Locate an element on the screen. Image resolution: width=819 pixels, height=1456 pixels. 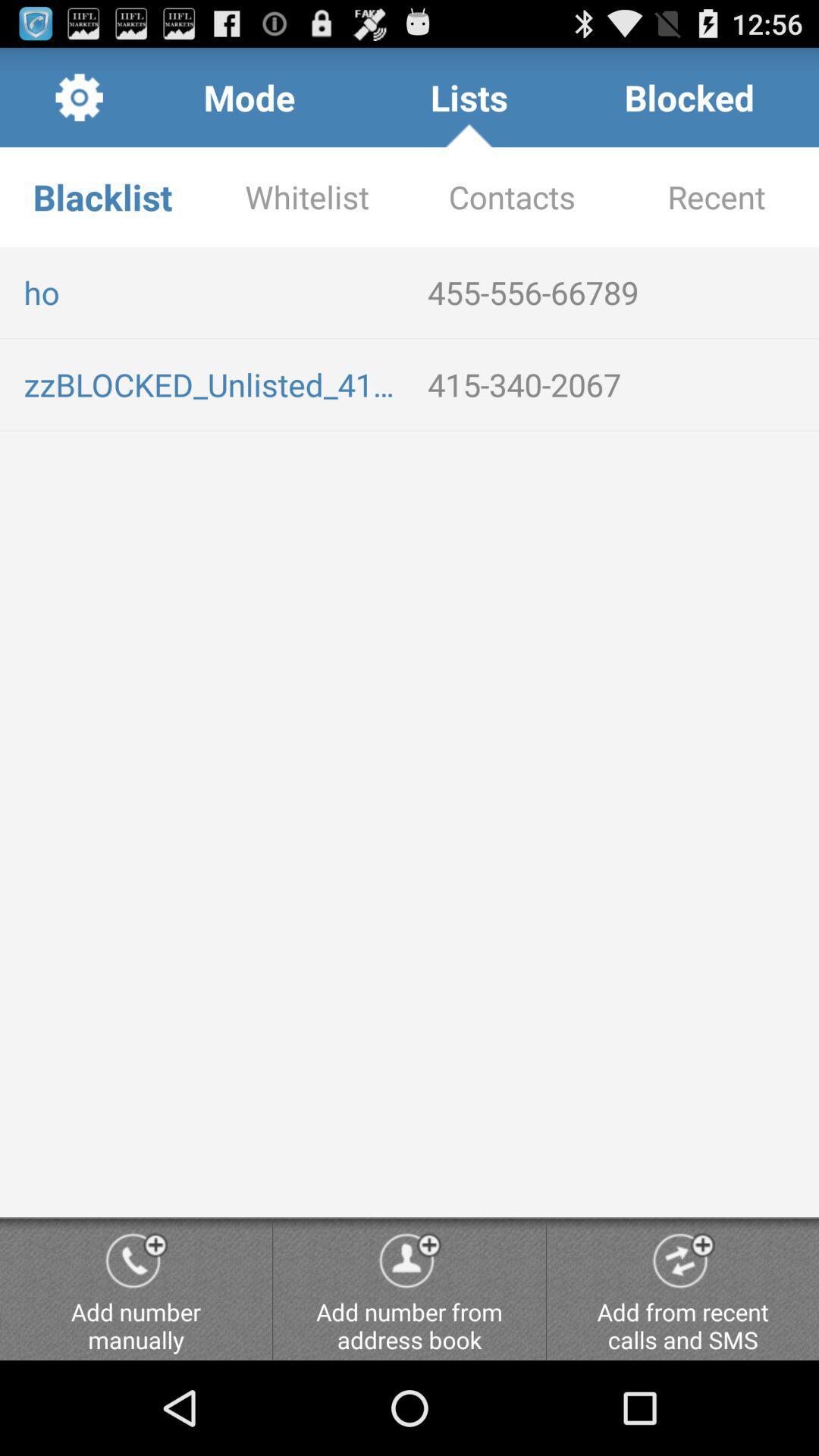
the item to the left of whitelist item is located at coordinates (102, 196).